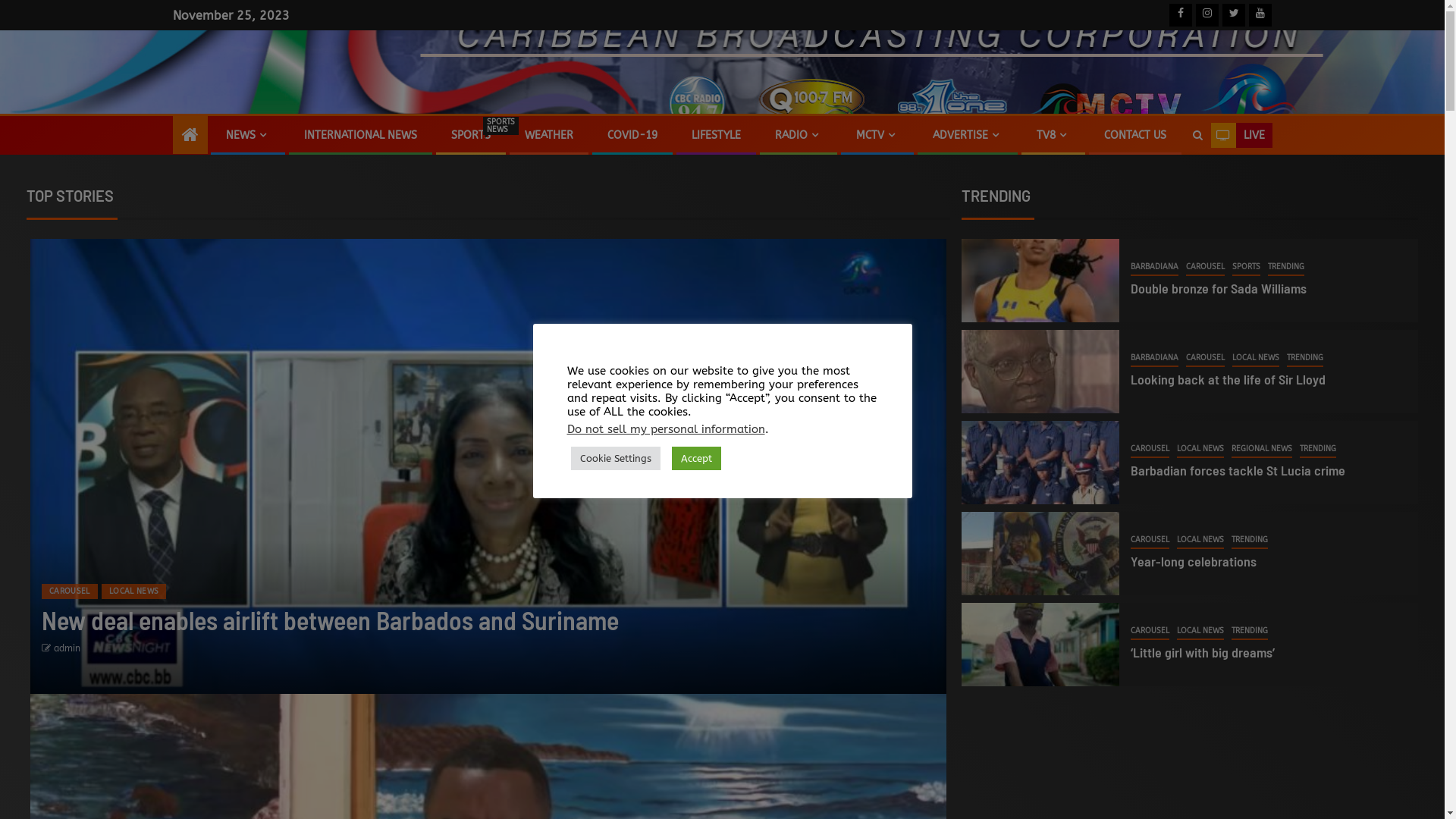 The image size is (1456, 819). I want to click on 'CAROUSEL', so click(1131, 449).